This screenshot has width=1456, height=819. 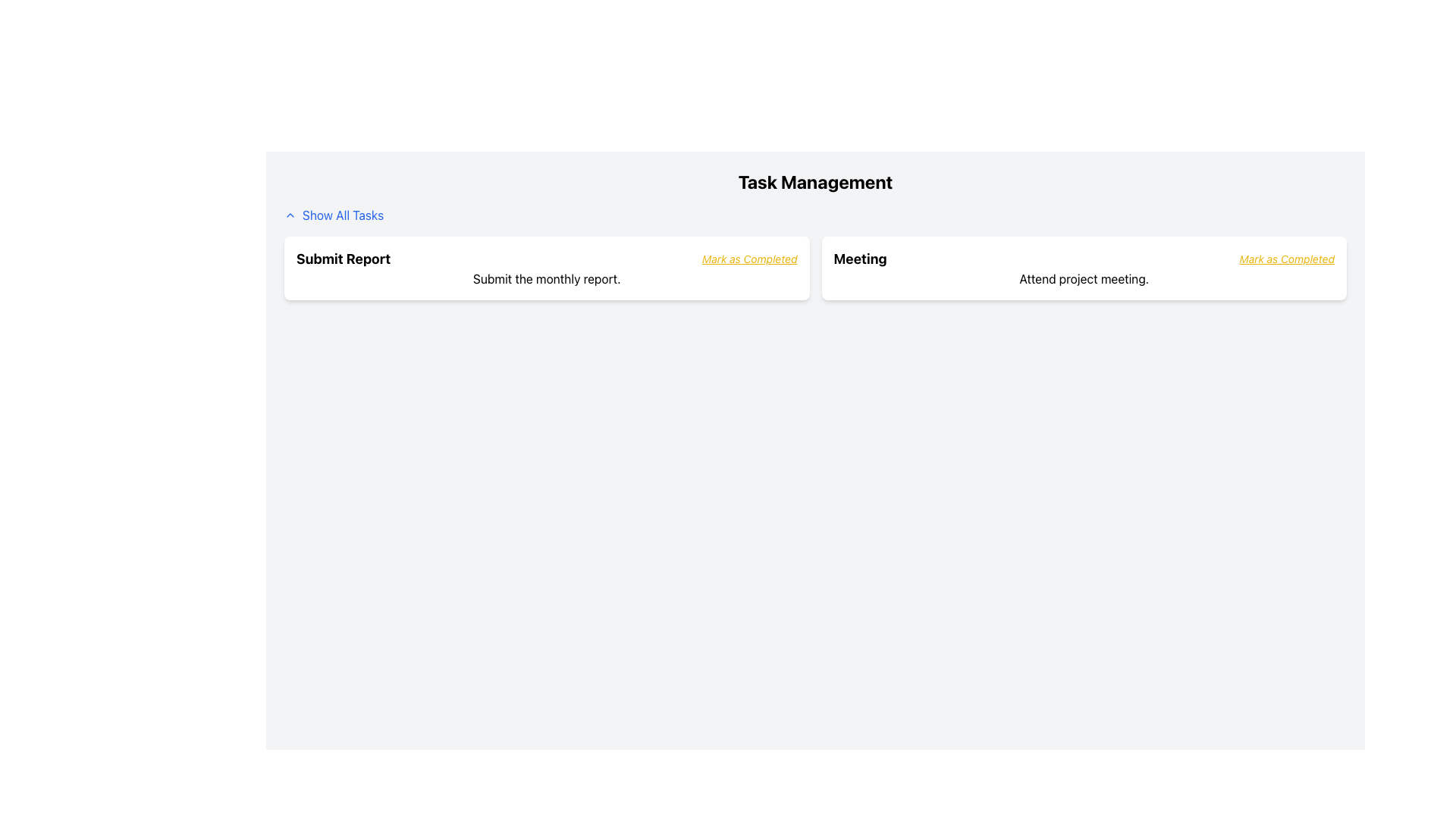 What do you see at coordinates (749, 259) in the screenshot?
I see `the interactive text link labeled 'Mark as Completed', which is styled in italic, underlined, and yellow, to mark the task as completed` at bounding box center [749, 259].